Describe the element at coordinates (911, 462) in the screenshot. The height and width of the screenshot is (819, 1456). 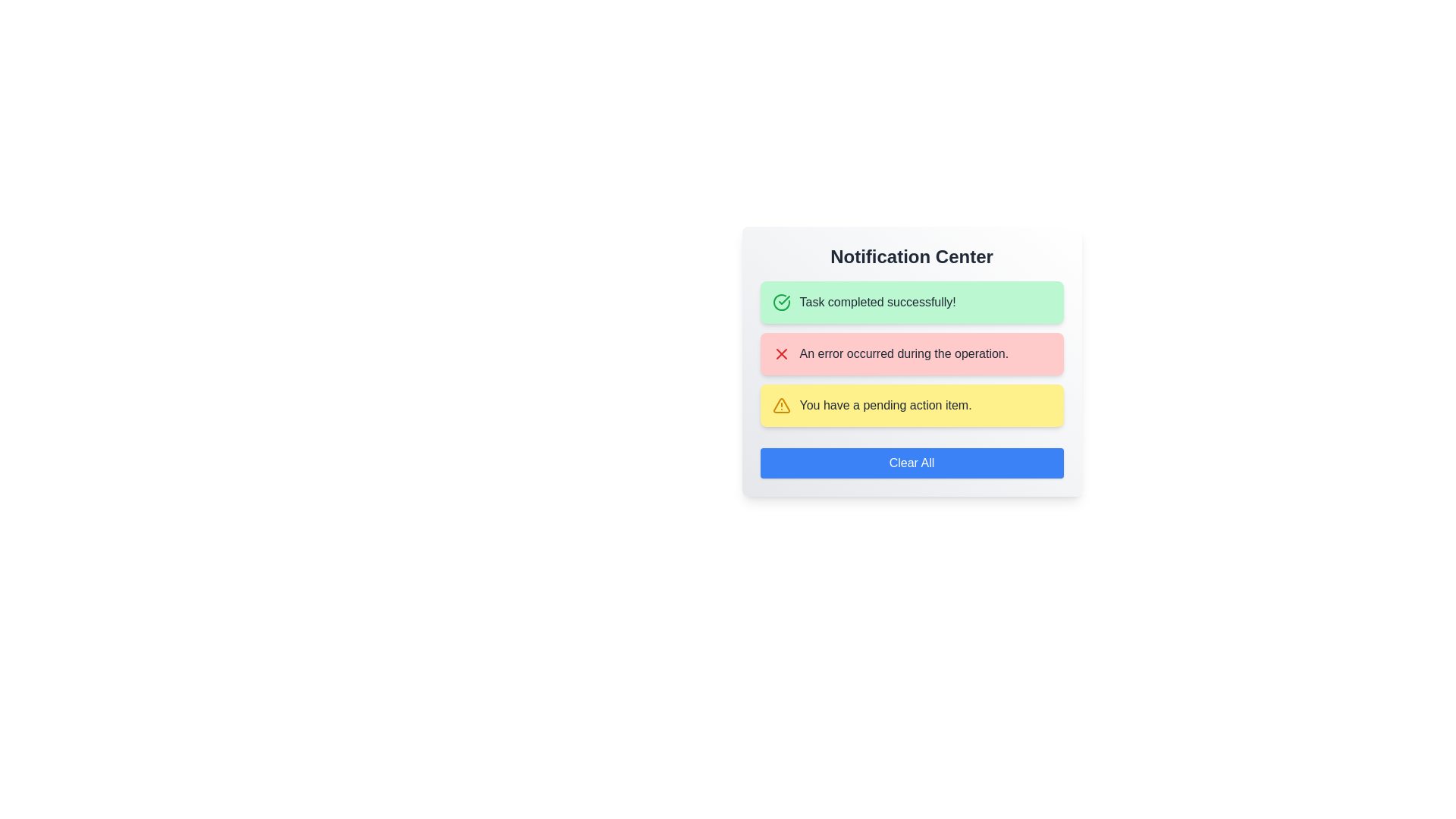
I see `the 'Clear All' button located at the bottom of the Notification Center` at that location.